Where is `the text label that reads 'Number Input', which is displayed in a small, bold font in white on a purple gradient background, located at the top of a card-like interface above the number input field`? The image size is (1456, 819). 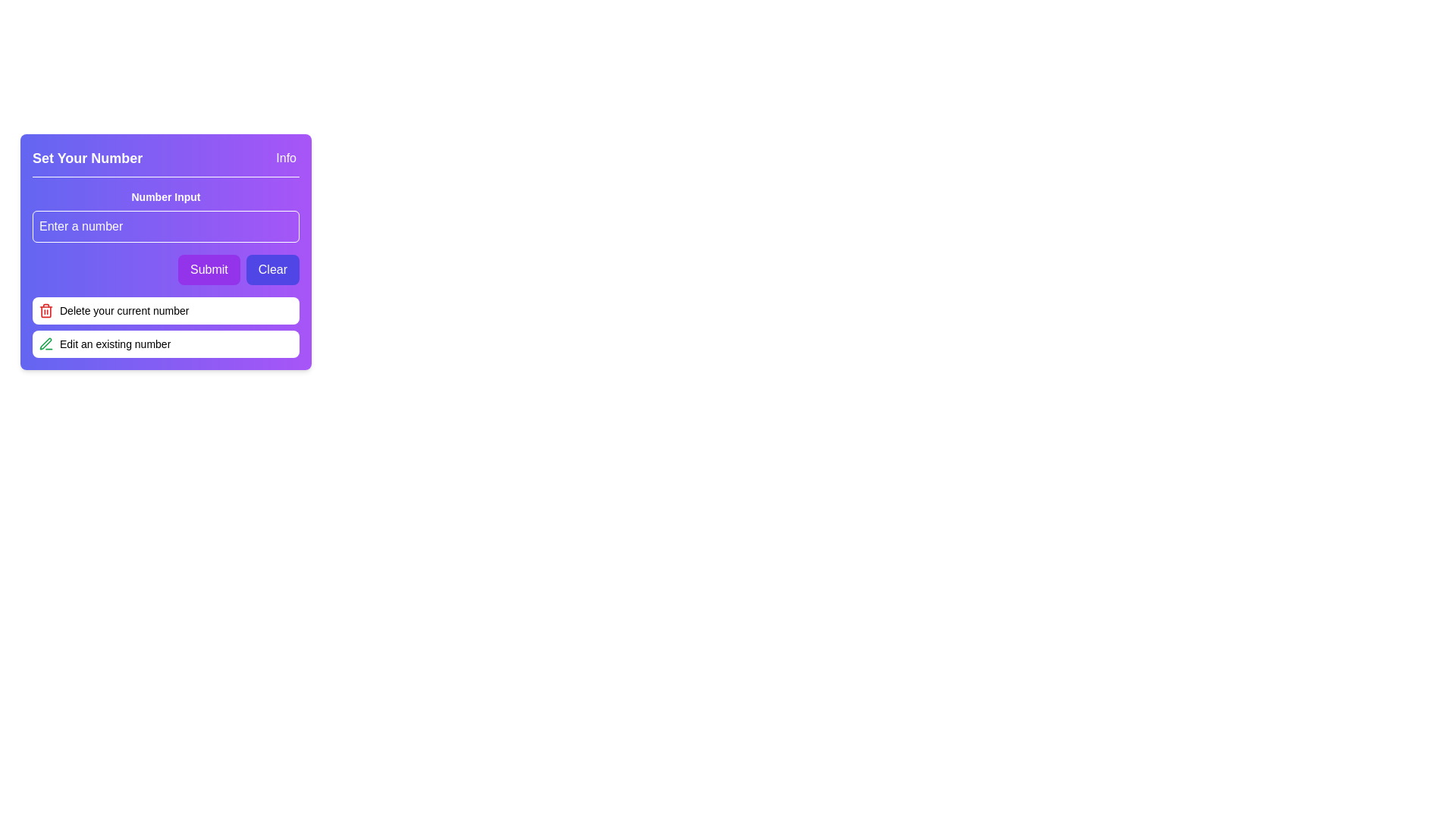 the text label that reads 'Number Input', which is displayed in a small, bold font in white on a purple gradient background, located at the top of a card-like interface above the number input field is located at coordinates (166, 196).